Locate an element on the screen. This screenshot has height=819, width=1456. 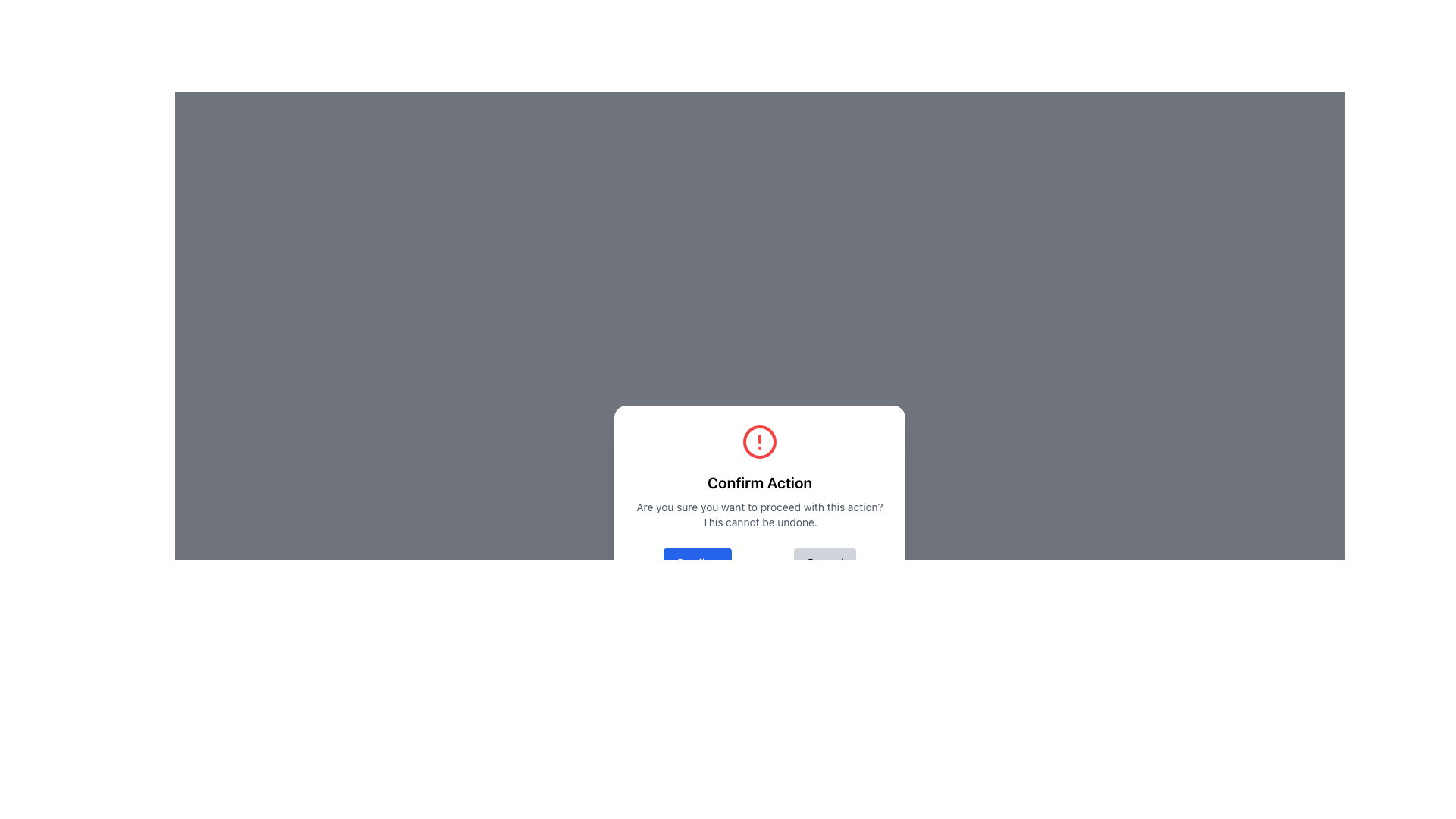
the 'Cancel' button, which has a gray background and rounded corners is located at coordinates (824, 563).